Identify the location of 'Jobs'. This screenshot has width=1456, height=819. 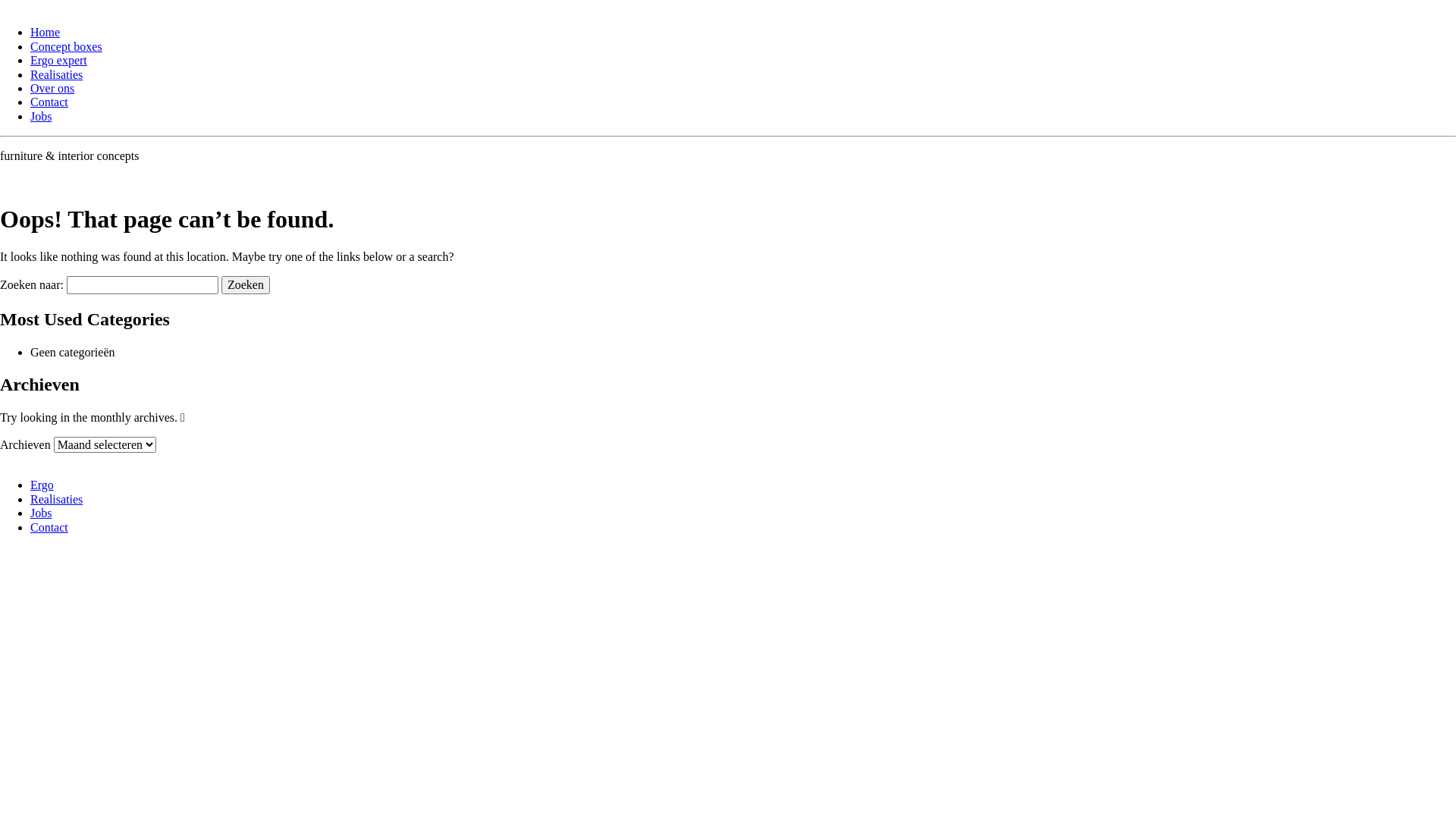
(40, 512).